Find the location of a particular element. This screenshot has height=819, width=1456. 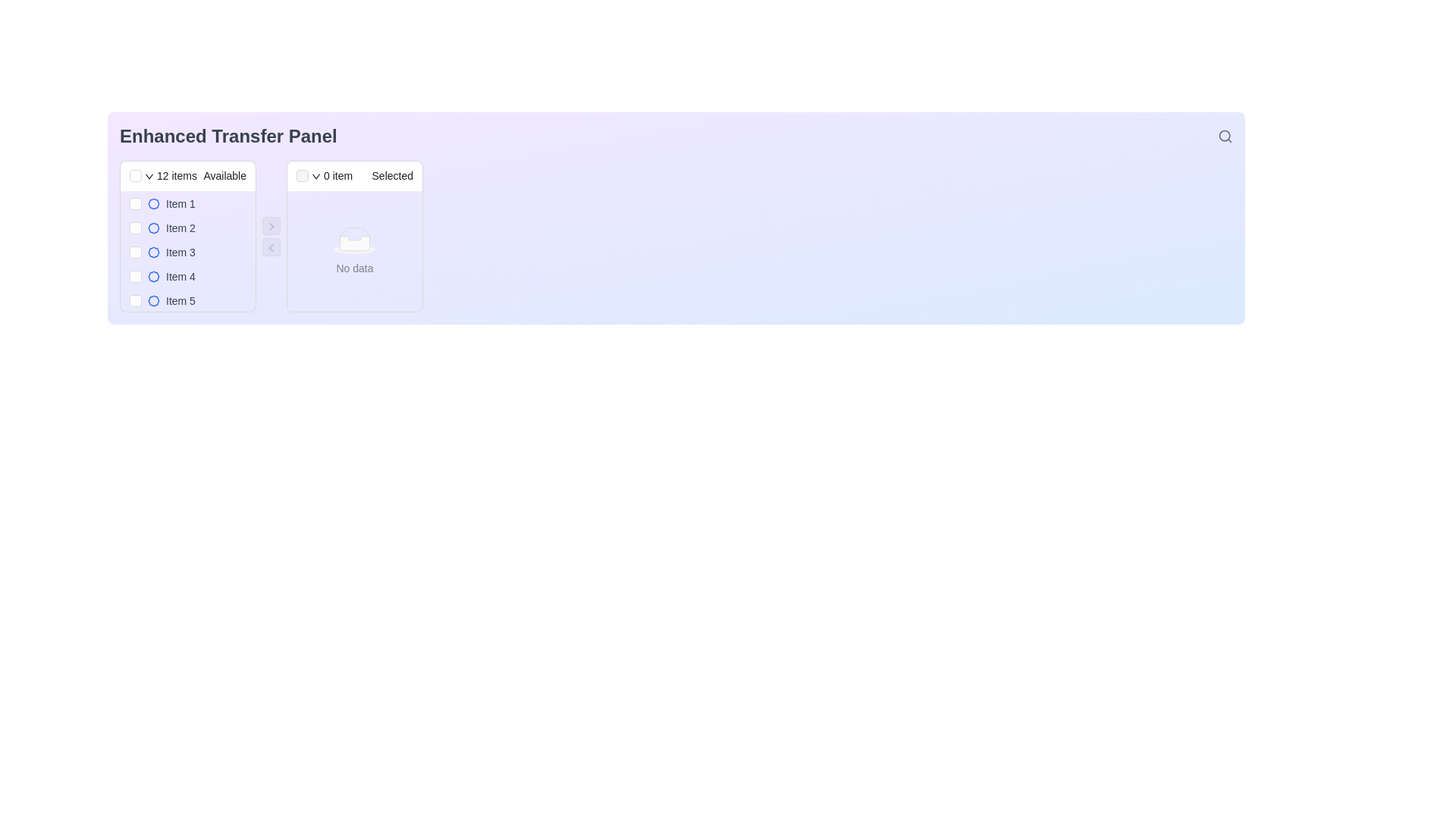

the text label displaying 'Available' located in the header of the left-side panel, positioned to the right of '12 items' is located at coordinates (222, 174).